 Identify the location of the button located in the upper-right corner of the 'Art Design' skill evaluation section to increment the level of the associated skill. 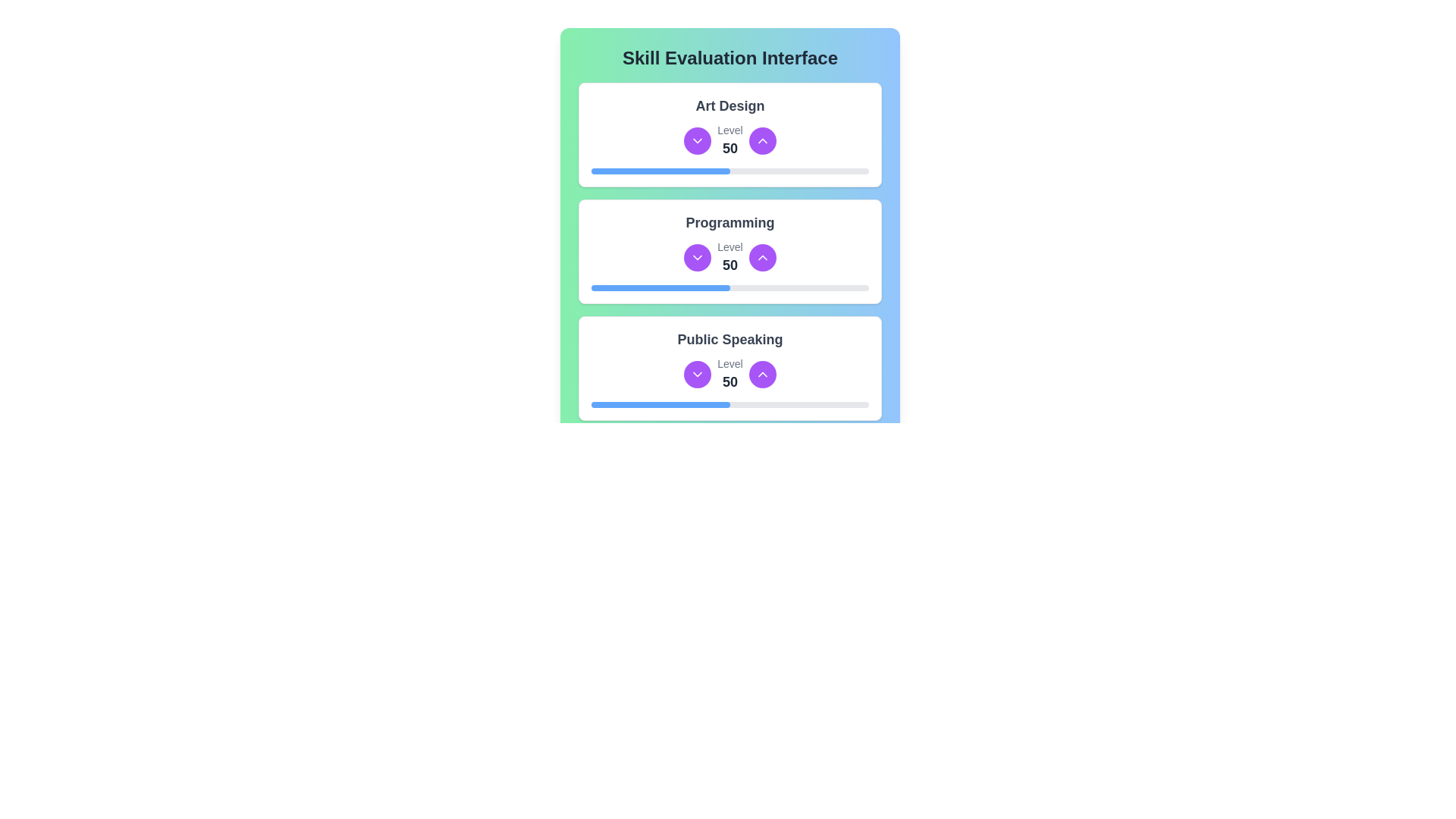
(762, 140).